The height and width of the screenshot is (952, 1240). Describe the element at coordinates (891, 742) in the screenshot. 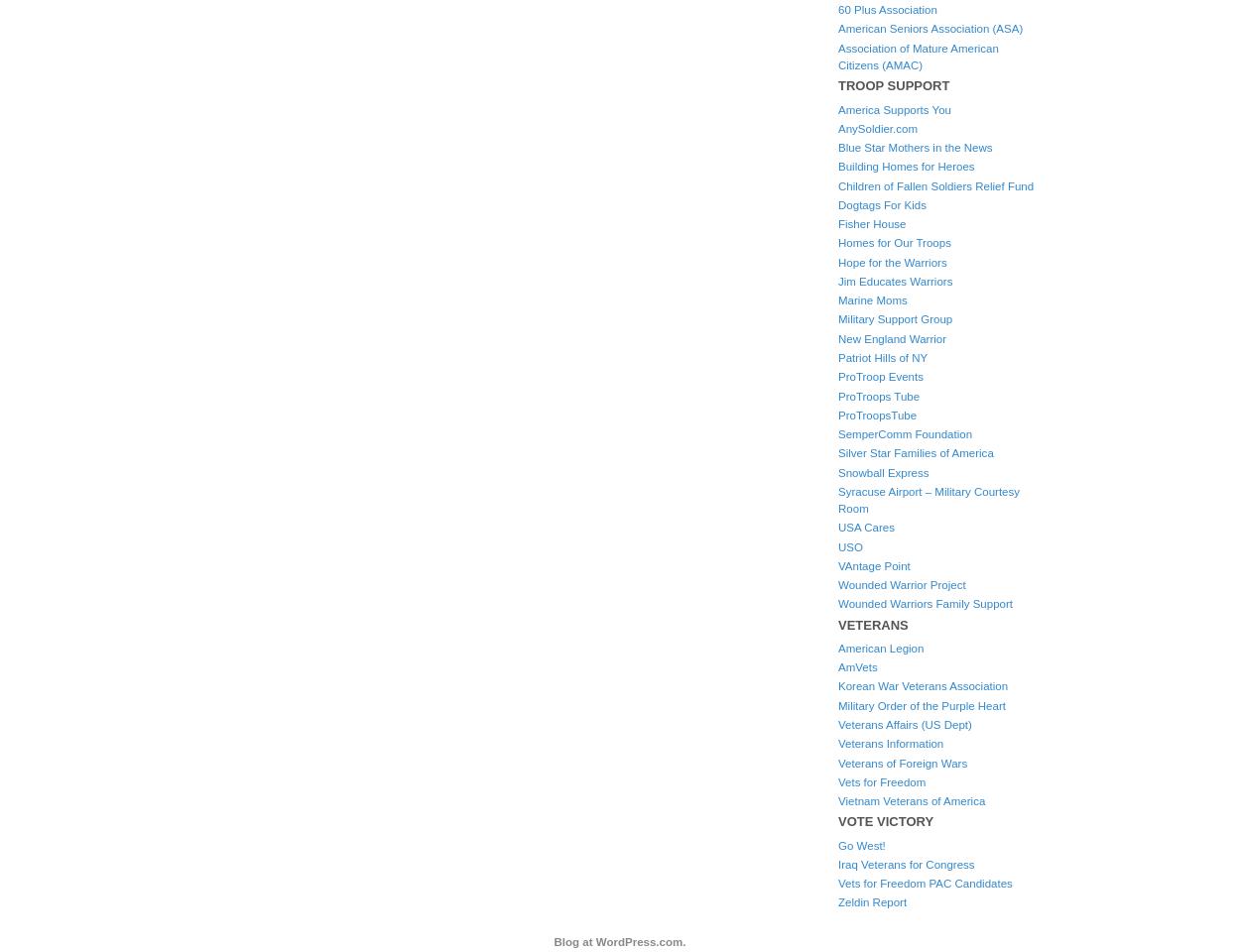

I see `'Veterans Information'` at that location.